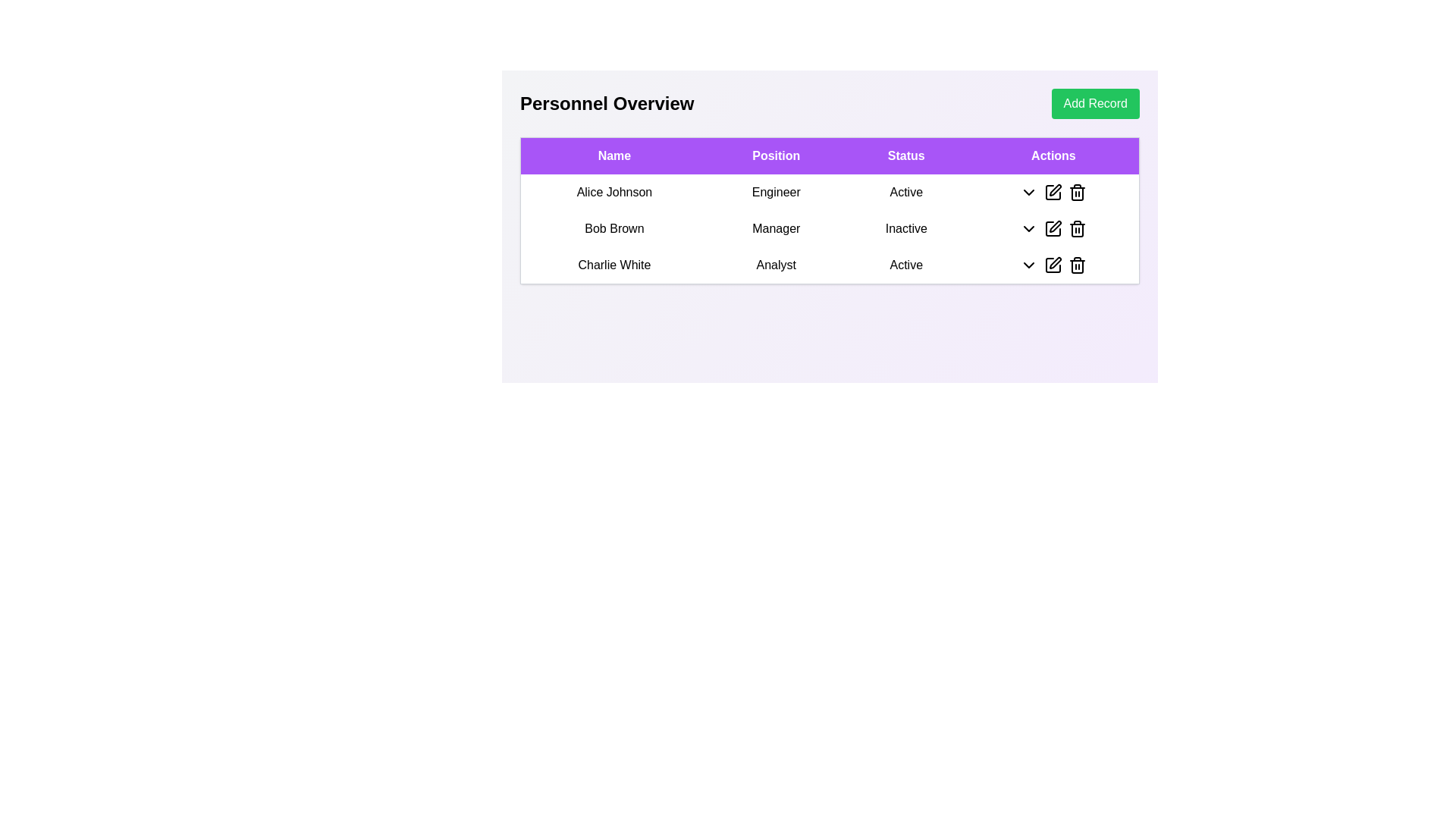 Image resolution: width=1456 pixels, height=819 pixels. I want to click on the Edit icon button, which resembles a pencil symbol and is located in the second row of the 'Actions' column under the 'Manager' row, so click(1055, 227).